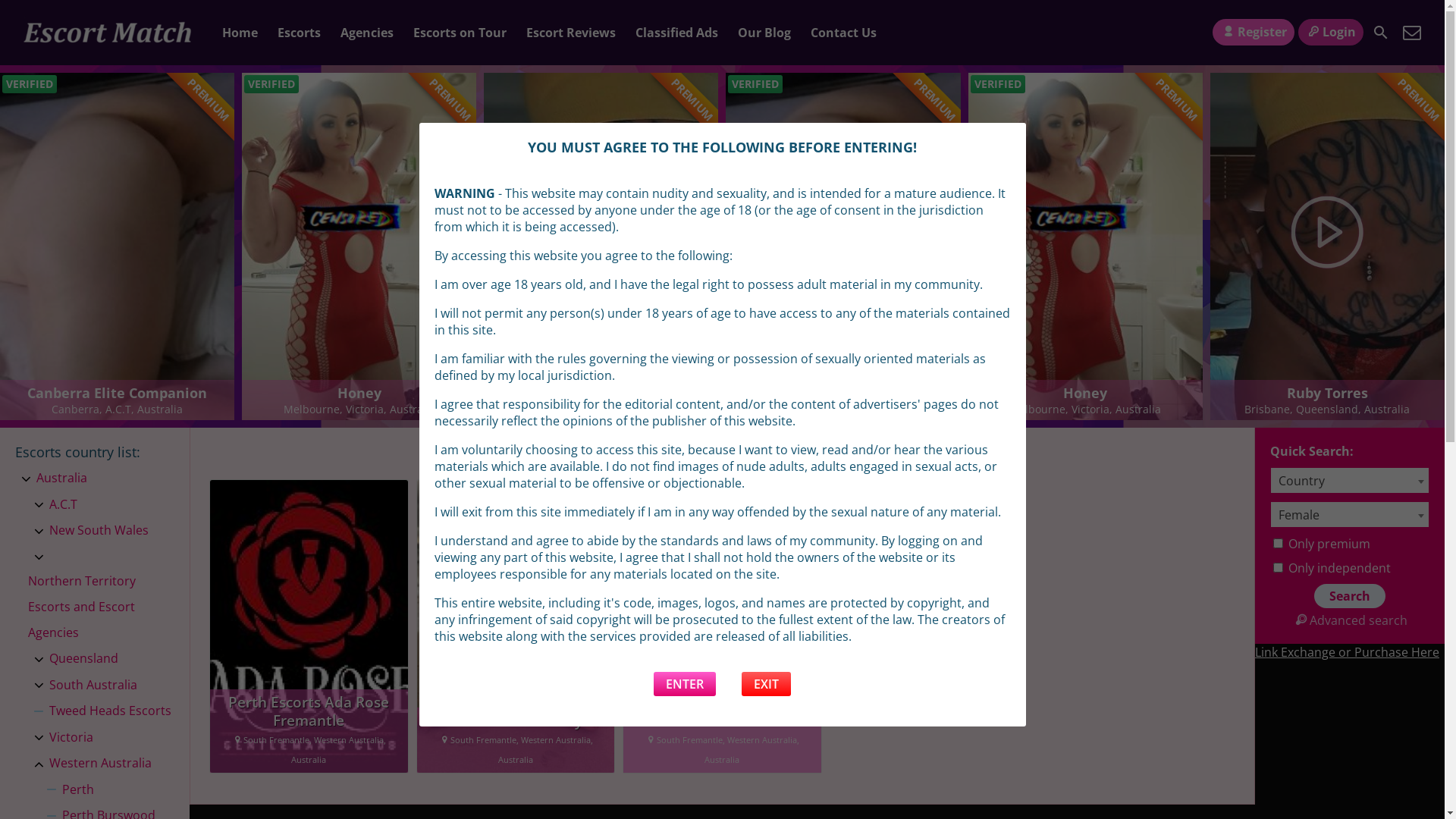 The image size is (1456, 819). What do you see at coordinates (676, 33) in the screenshot?
I see `'Classified Ads'` at bounding box center [676, 33].